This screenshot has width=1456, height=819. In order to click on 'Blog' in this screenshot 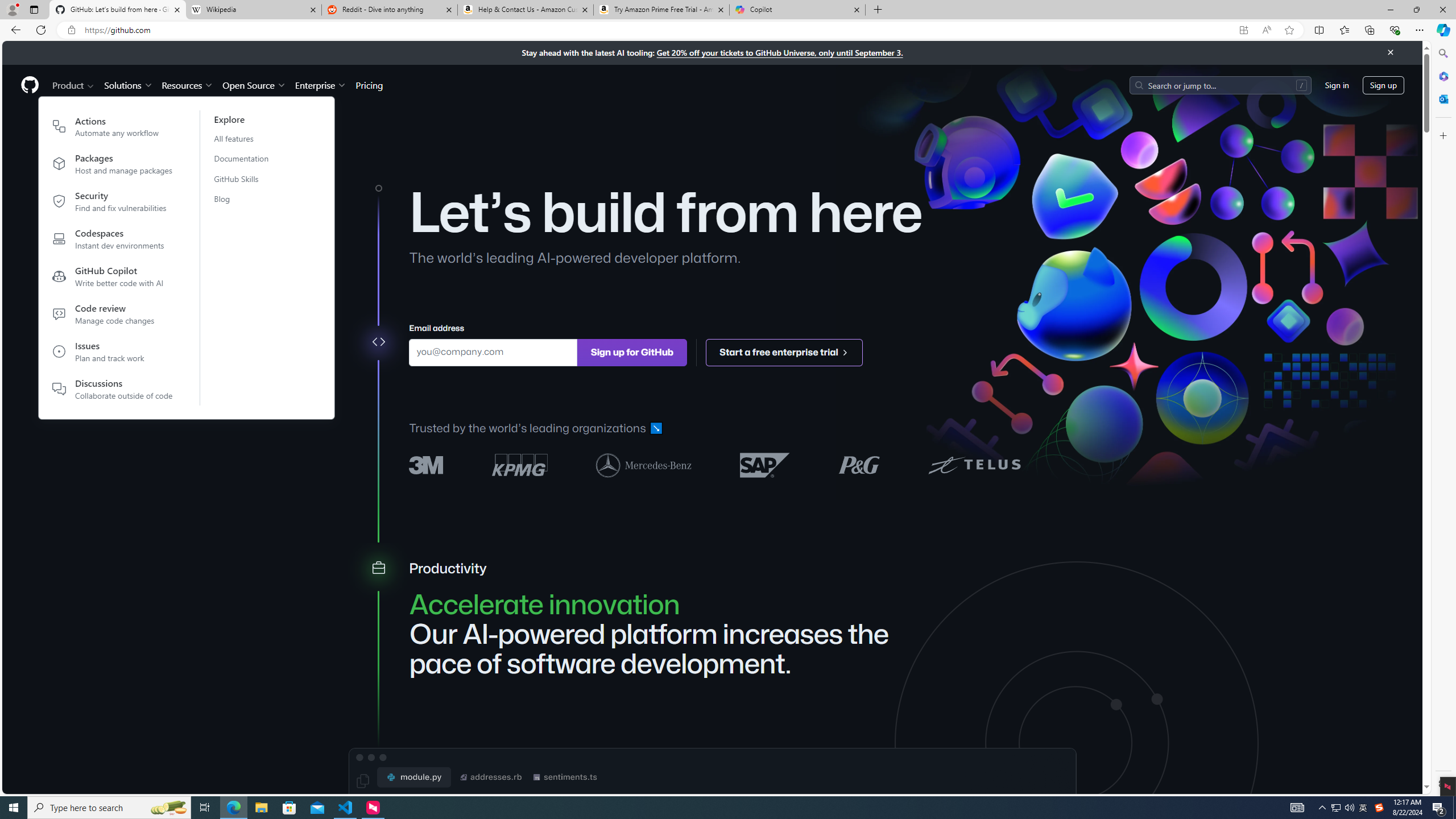, I will do `click(248, 198)`.